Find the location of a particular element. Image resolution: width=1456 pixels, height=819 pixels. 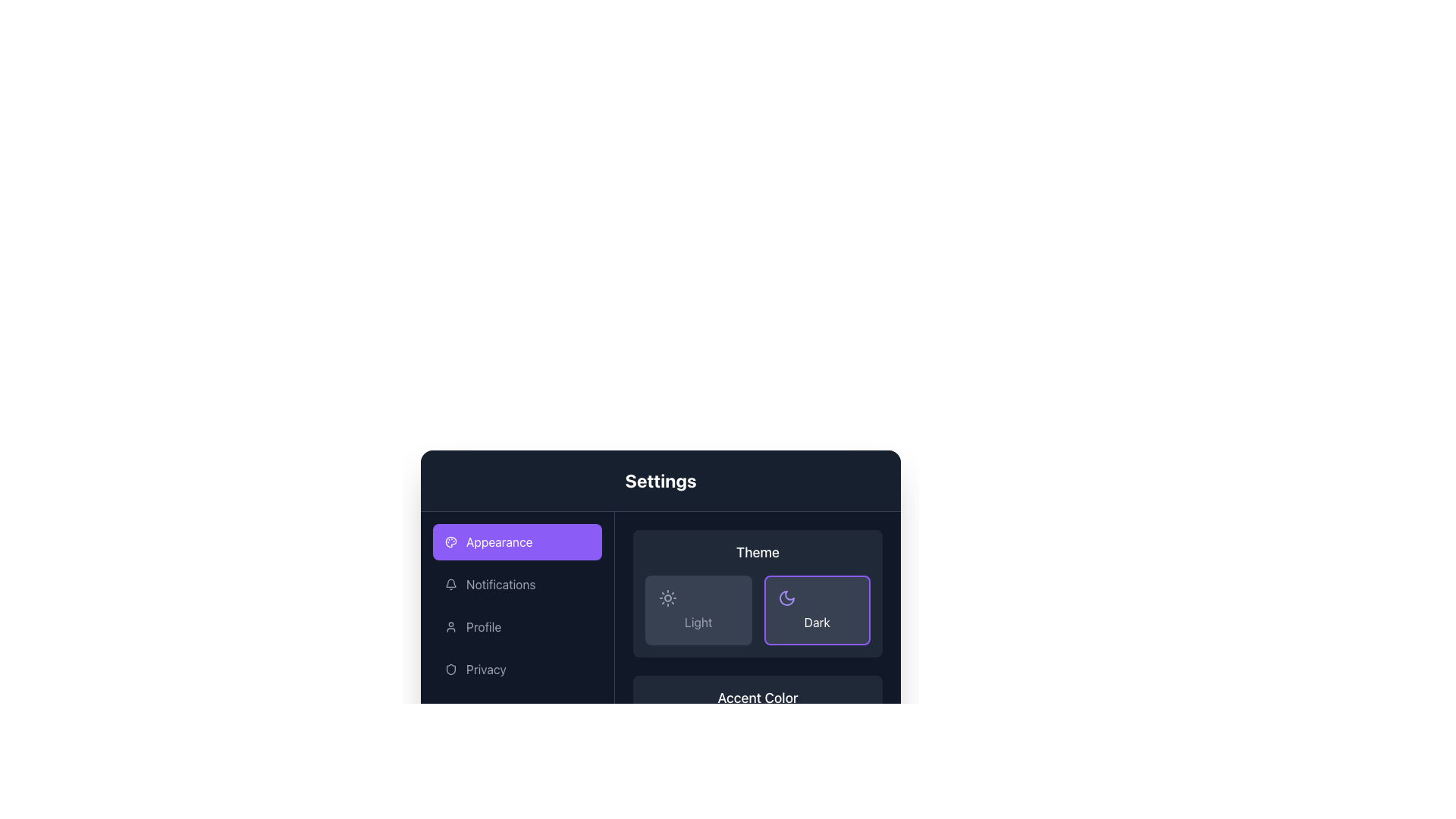

the 'Privacy' settings label located at the bottom of the settings menu on the left side of the interface is located at coordinates (486, 669).